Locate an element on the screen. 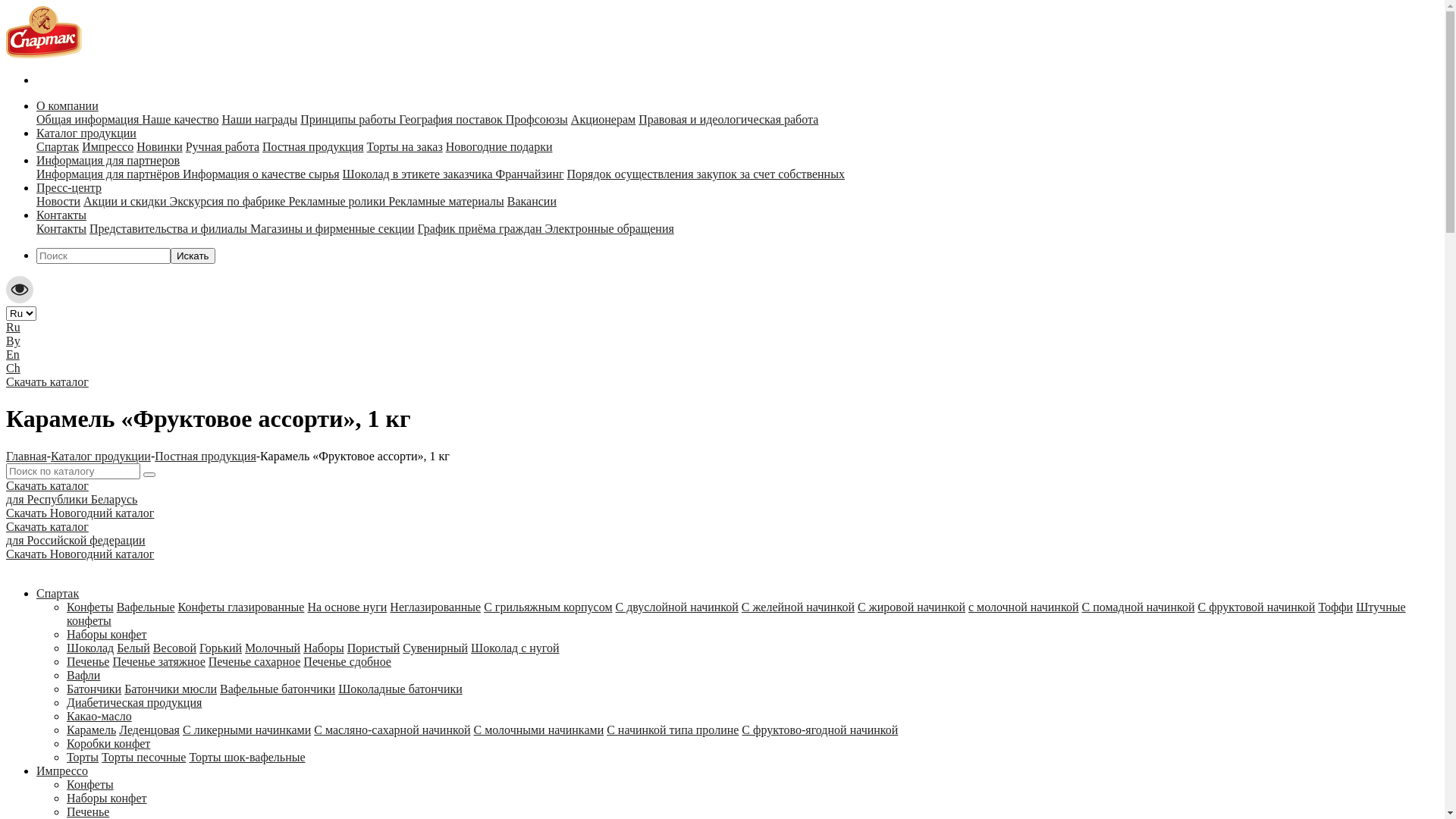 This screenshot has height=819, width=1456. 'Ru' is located at coordinates (13, 326).